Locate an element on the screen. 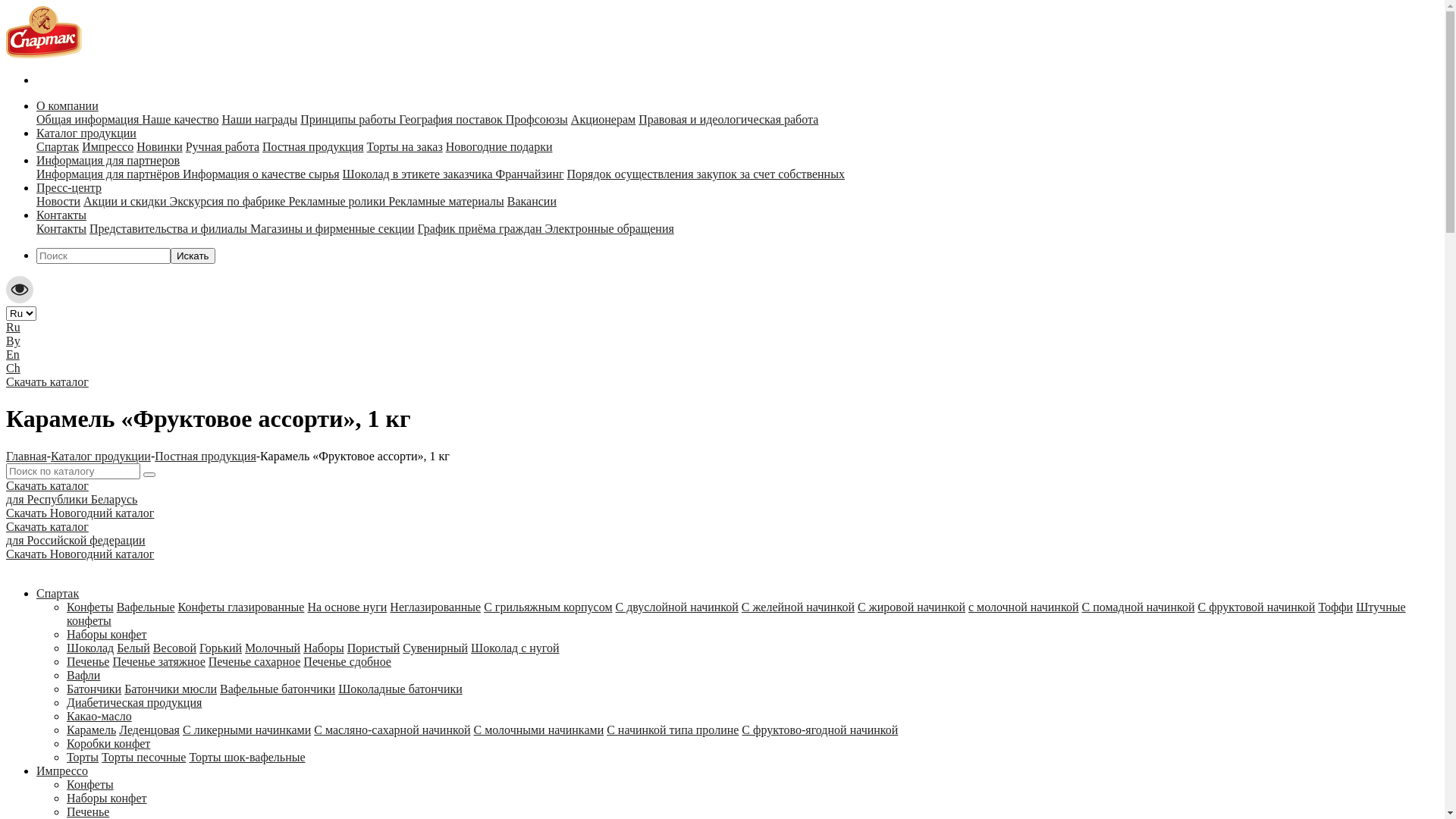 This screenshot has height=819, width=1456. 'Ru' is located at coordinates (13, 326).